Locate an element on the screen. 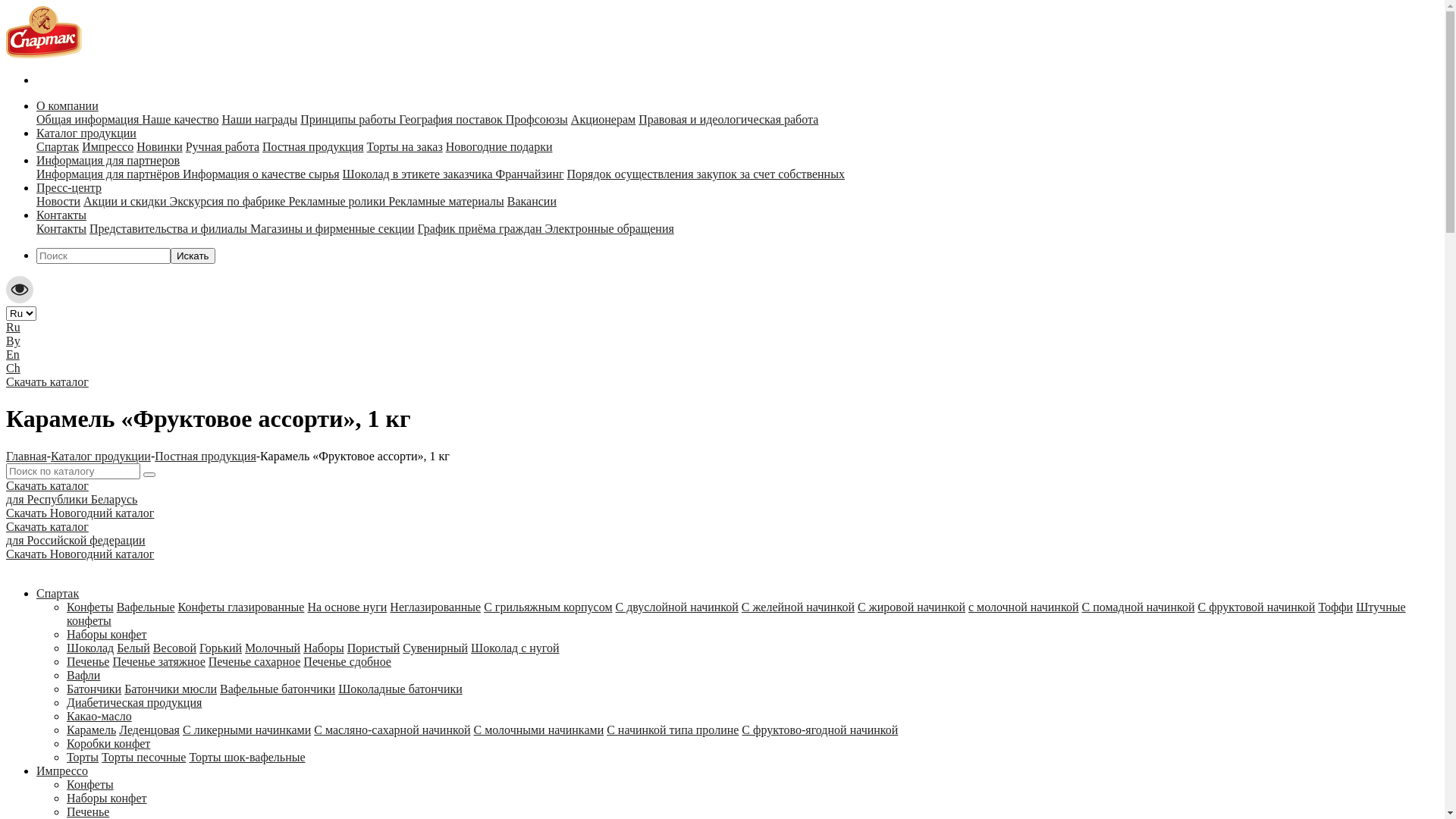 This screenshot has height=819, width=1456. 'Ru' is located at coordinates (13, 326).